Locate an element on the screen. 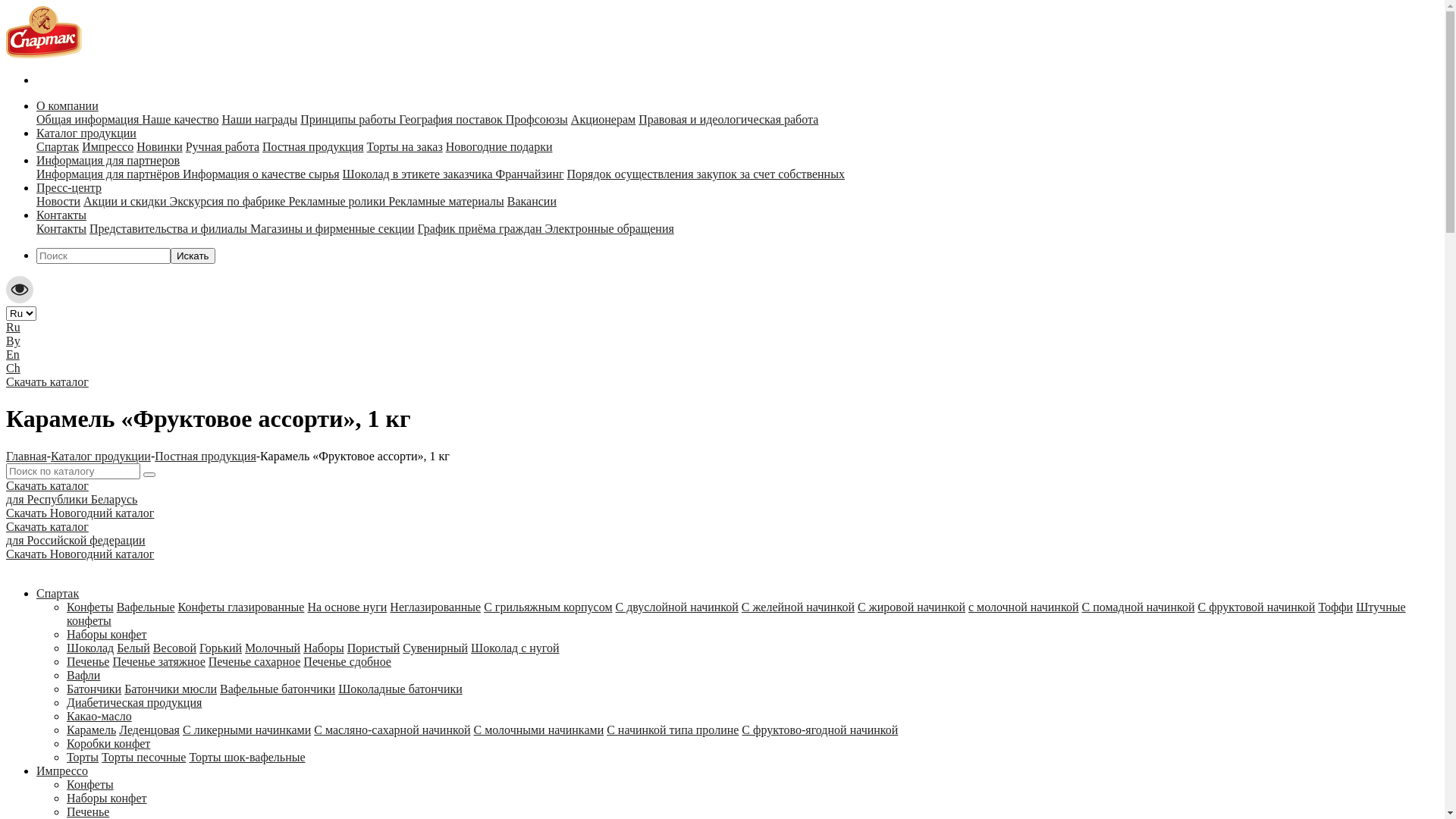 This screenshot has height=819, width=1456. 'Ru' is located at coordinates (13, 326).